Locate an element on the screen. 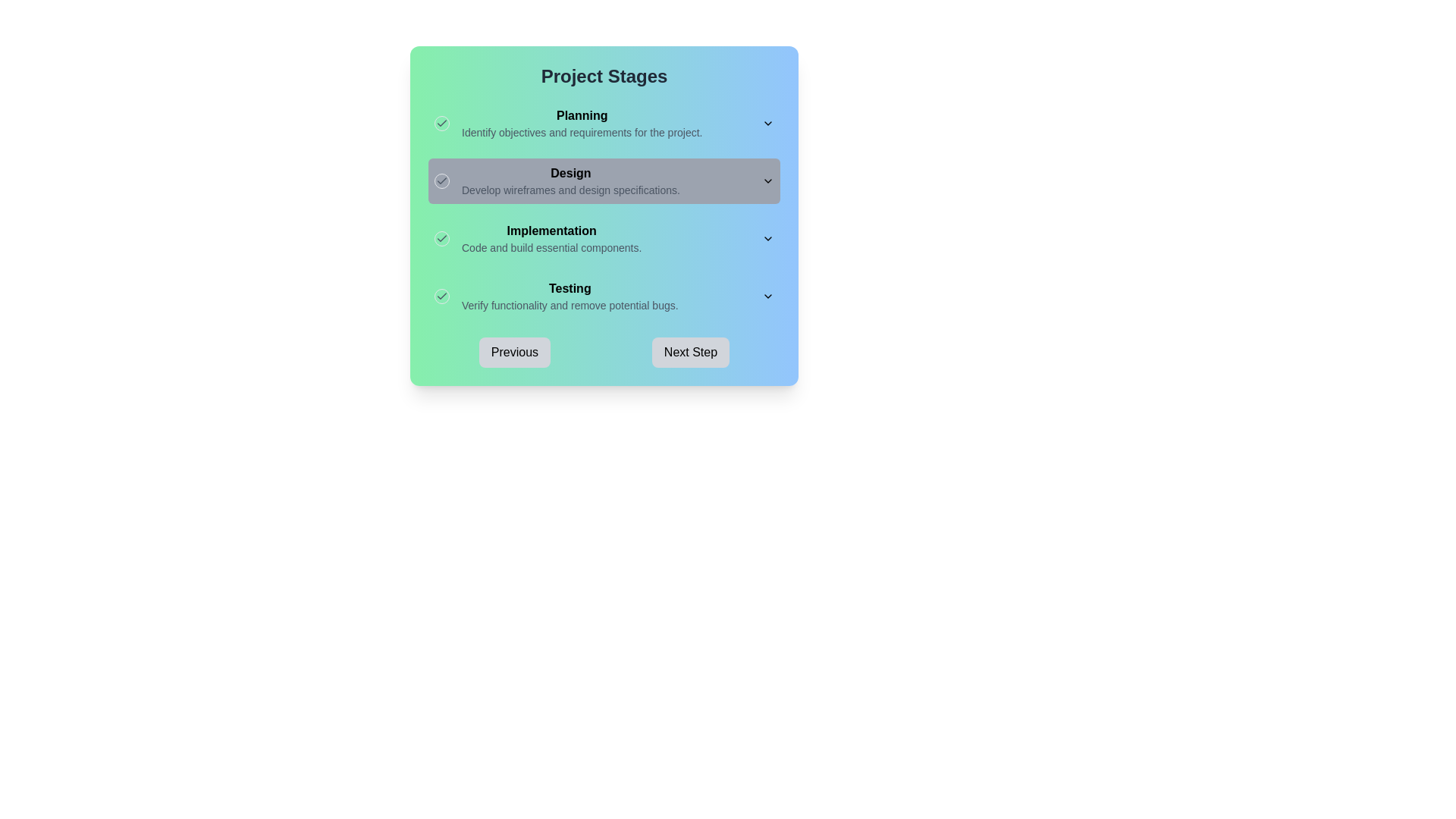 This screenshot has height=819, width=1456. the descriptive text label located below the bold 'Design' heading in the Design section of the Project Stages workflow interface is located at coordinates (570, 189).